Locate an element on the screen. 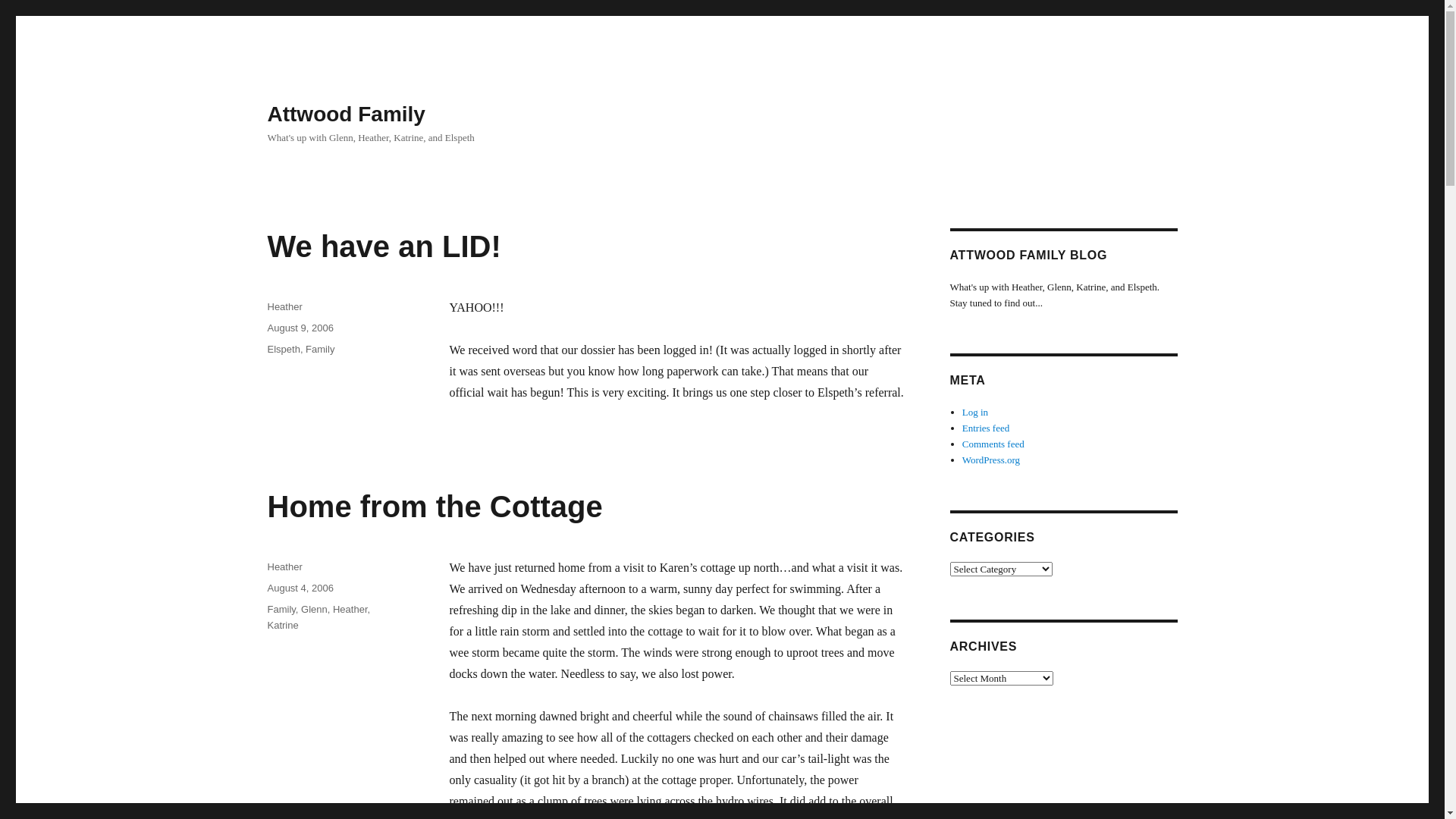 The height and width of the screenshot is (819, 1456). 'Entries feed' is located at coordinates (986, 428).